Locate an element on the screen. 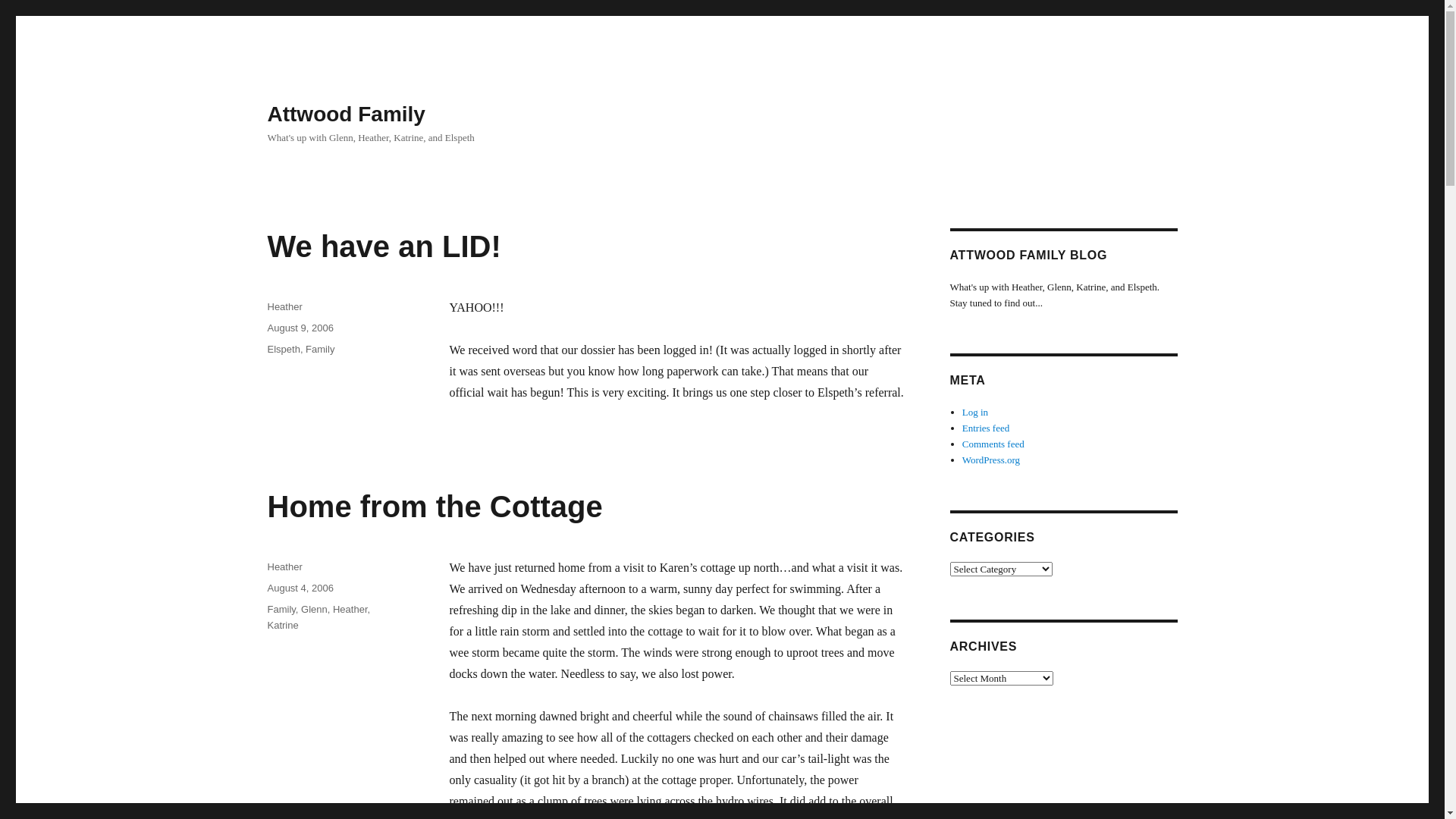 The height and width of the screenshot is (819, 1456). 'Entries feed' is located at coordinates (986, 428).